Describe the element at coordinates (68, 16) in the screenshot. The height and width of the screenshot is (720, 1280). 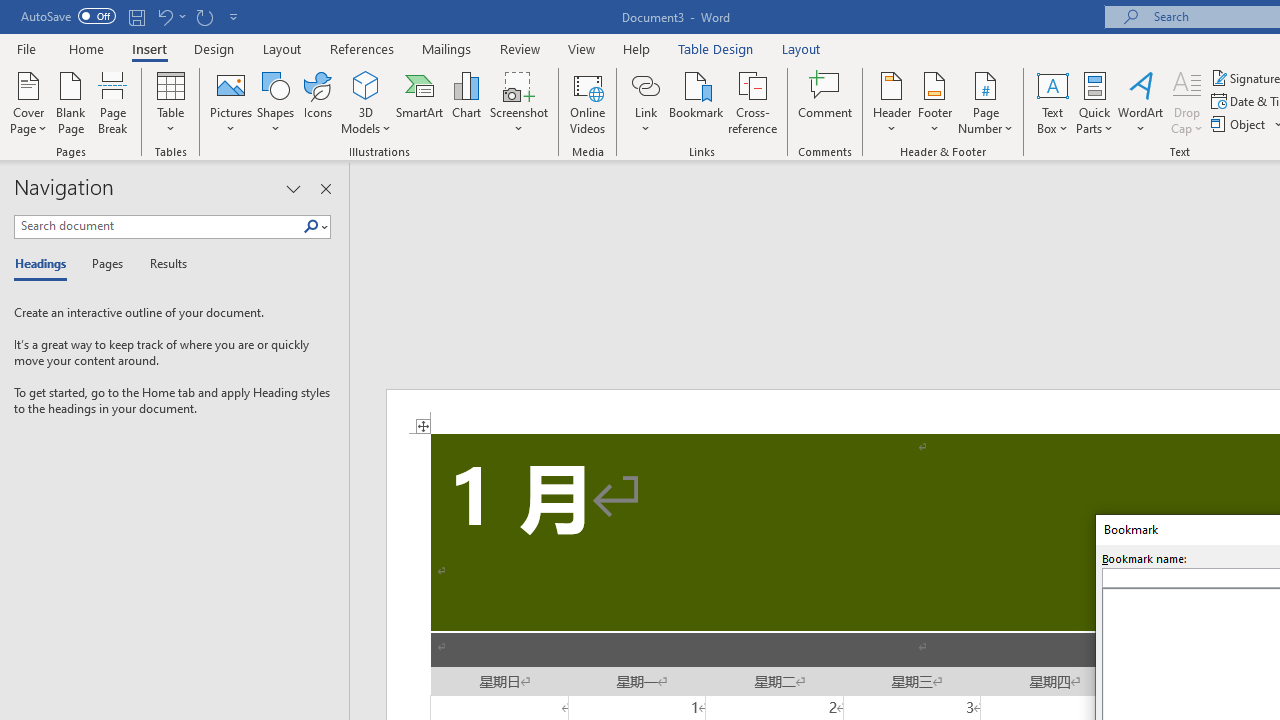
I see `'AutoSave'` at that location.